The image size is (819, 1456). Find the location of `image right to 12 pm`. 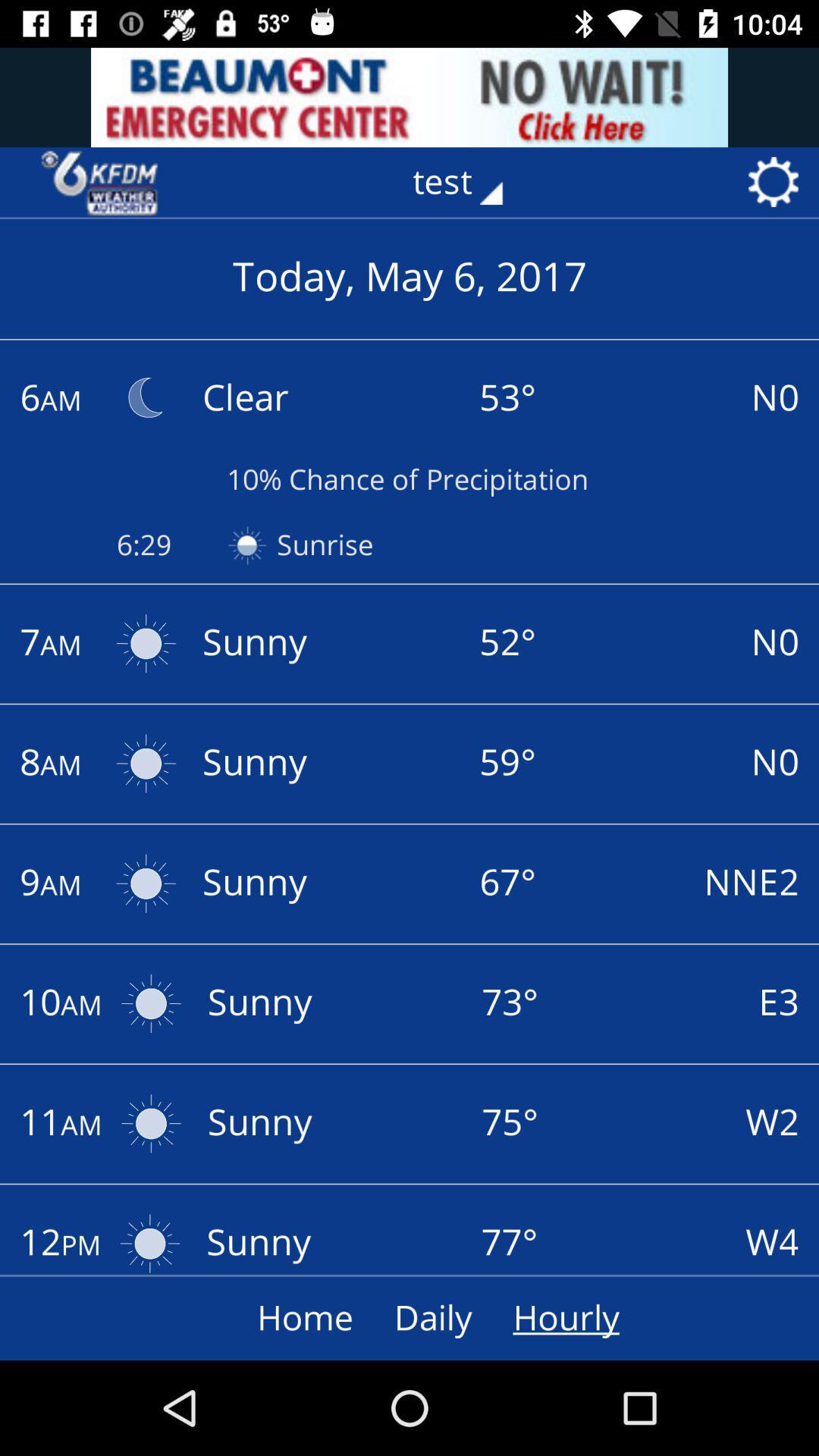

image right to 12 pm is located at coordinates (150, 1238).